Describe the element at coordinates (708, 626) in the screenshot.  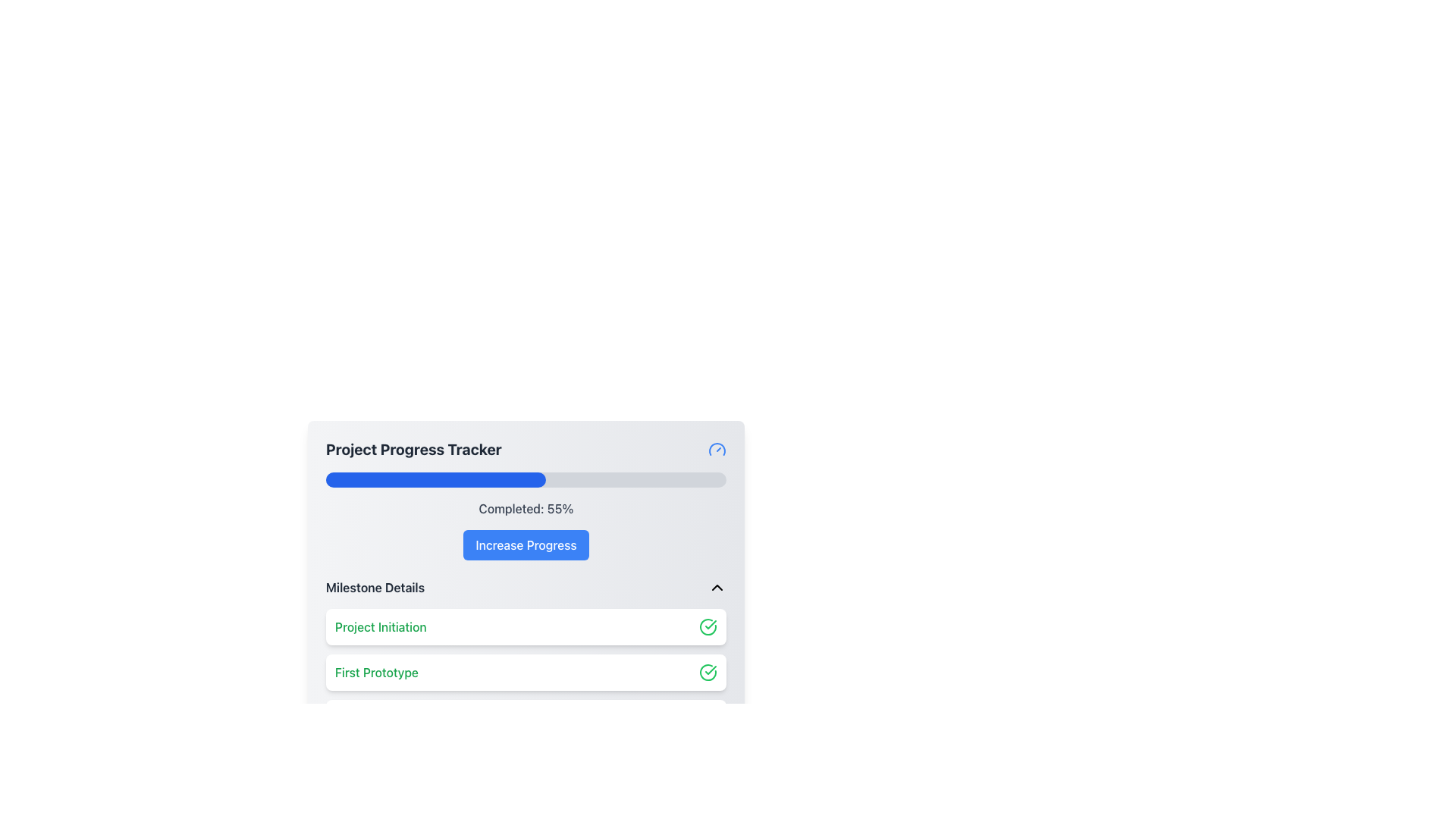
I see `the green checkmark icon inside a circle, which indicates the status of the 'Project Initiation' milestone, located at the right end of the 'Project Initiation' box in the 'Milestone Details' section` at that location.